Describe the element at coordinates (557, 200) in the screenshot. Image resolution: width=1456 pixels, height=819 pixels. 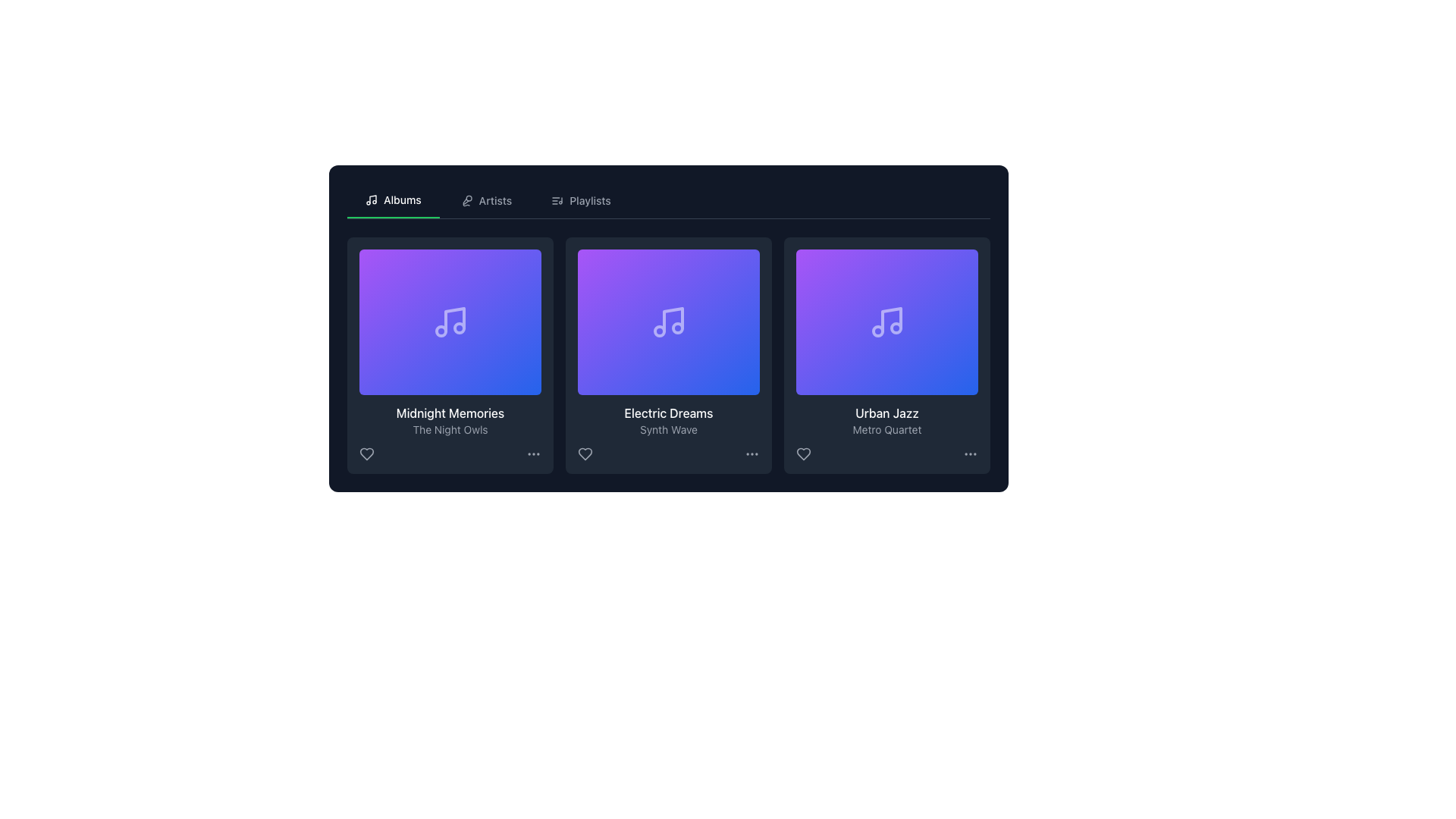
I see `the small musical list symbol icon located to the left of the 'Playlists' text in the header of the navigation area` at that location.